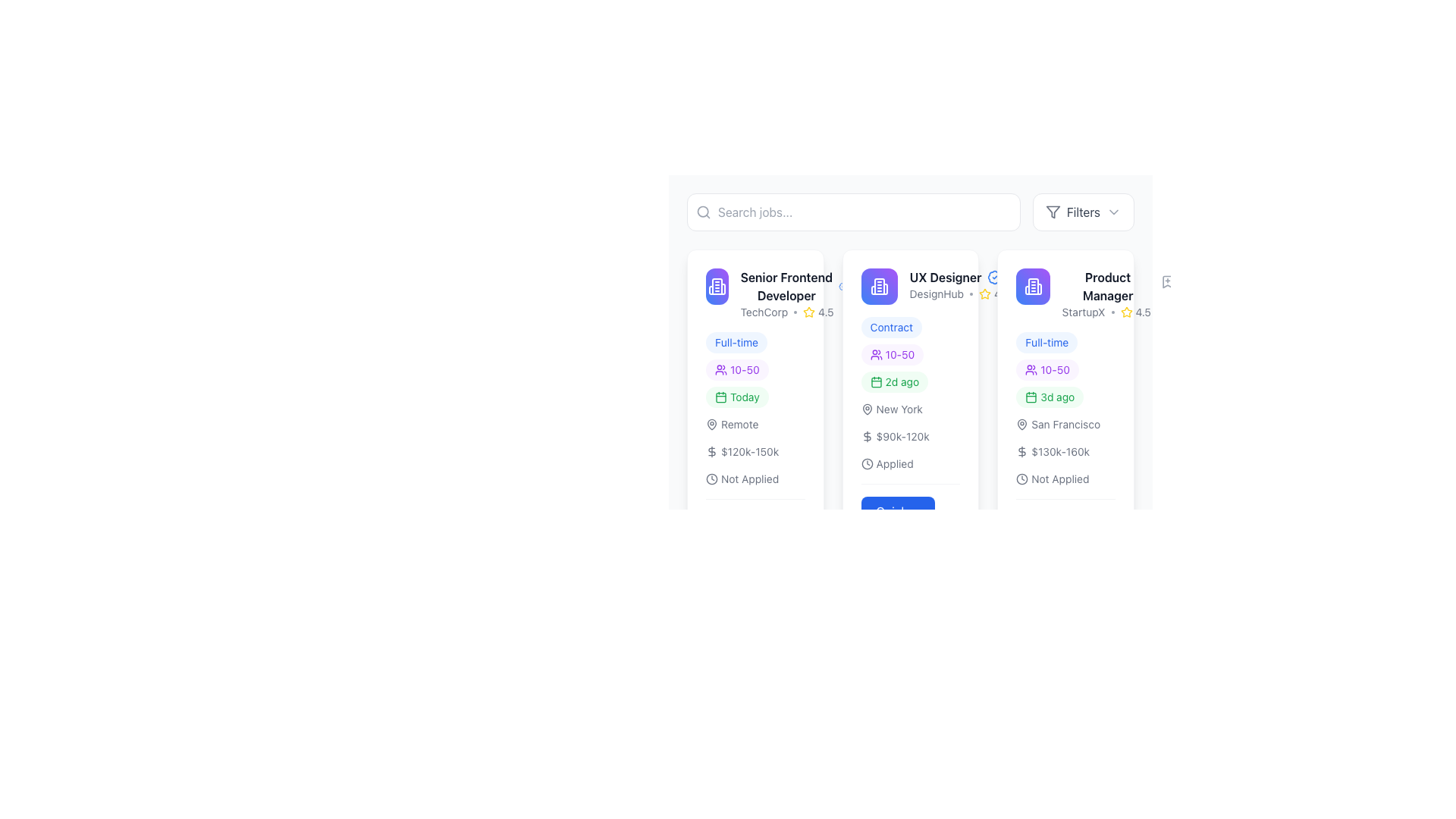 This screenshot has width=1456, height=819. I want to click on the visual representation of the map pin icon located in the second job listing card, which is a teardrop-shaped graphic indicating location-related details, so click(867, 409).